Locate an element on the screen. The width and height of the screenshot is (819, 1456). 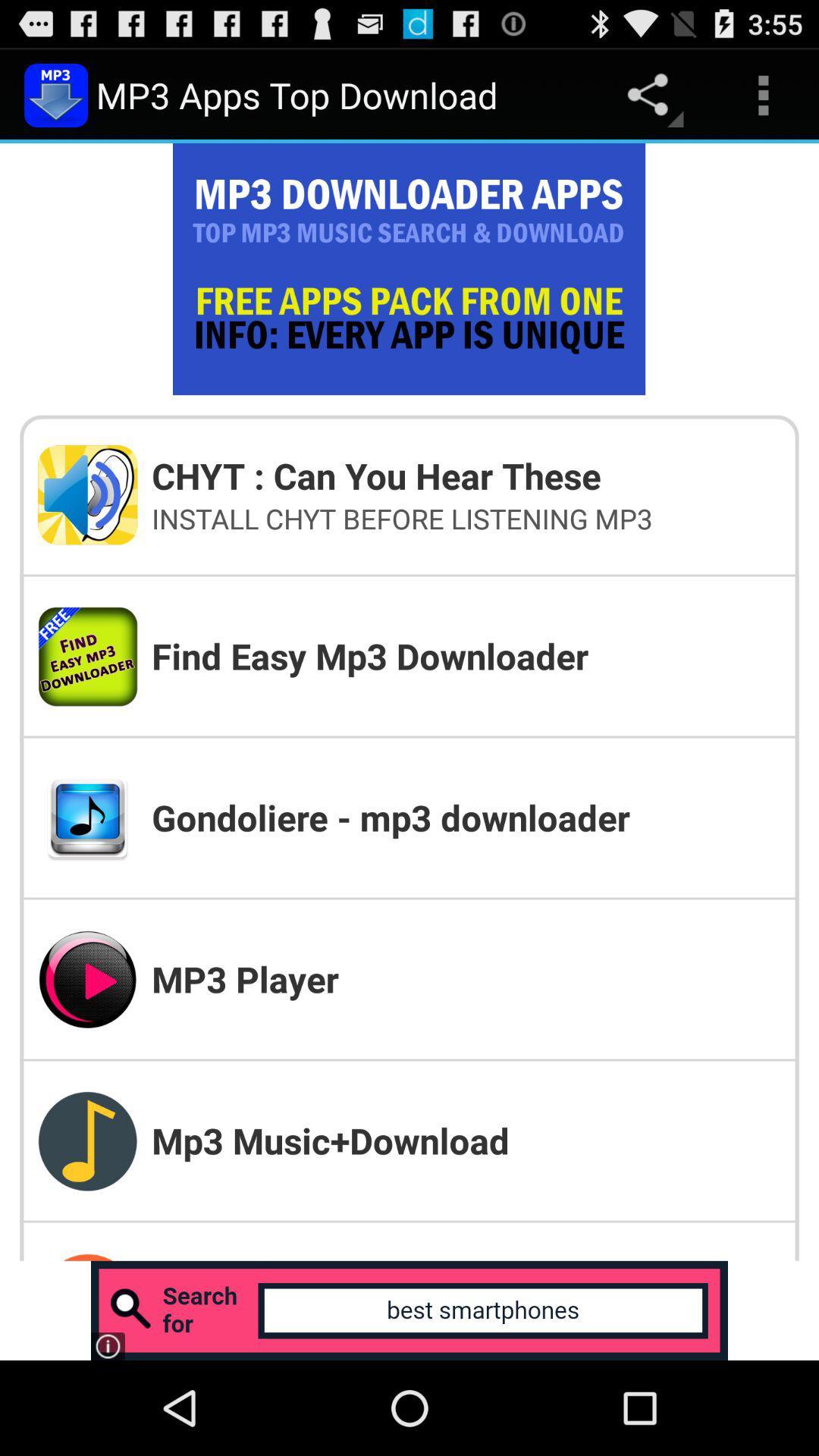
the partner 's website is located at coordinates (409, 1310).